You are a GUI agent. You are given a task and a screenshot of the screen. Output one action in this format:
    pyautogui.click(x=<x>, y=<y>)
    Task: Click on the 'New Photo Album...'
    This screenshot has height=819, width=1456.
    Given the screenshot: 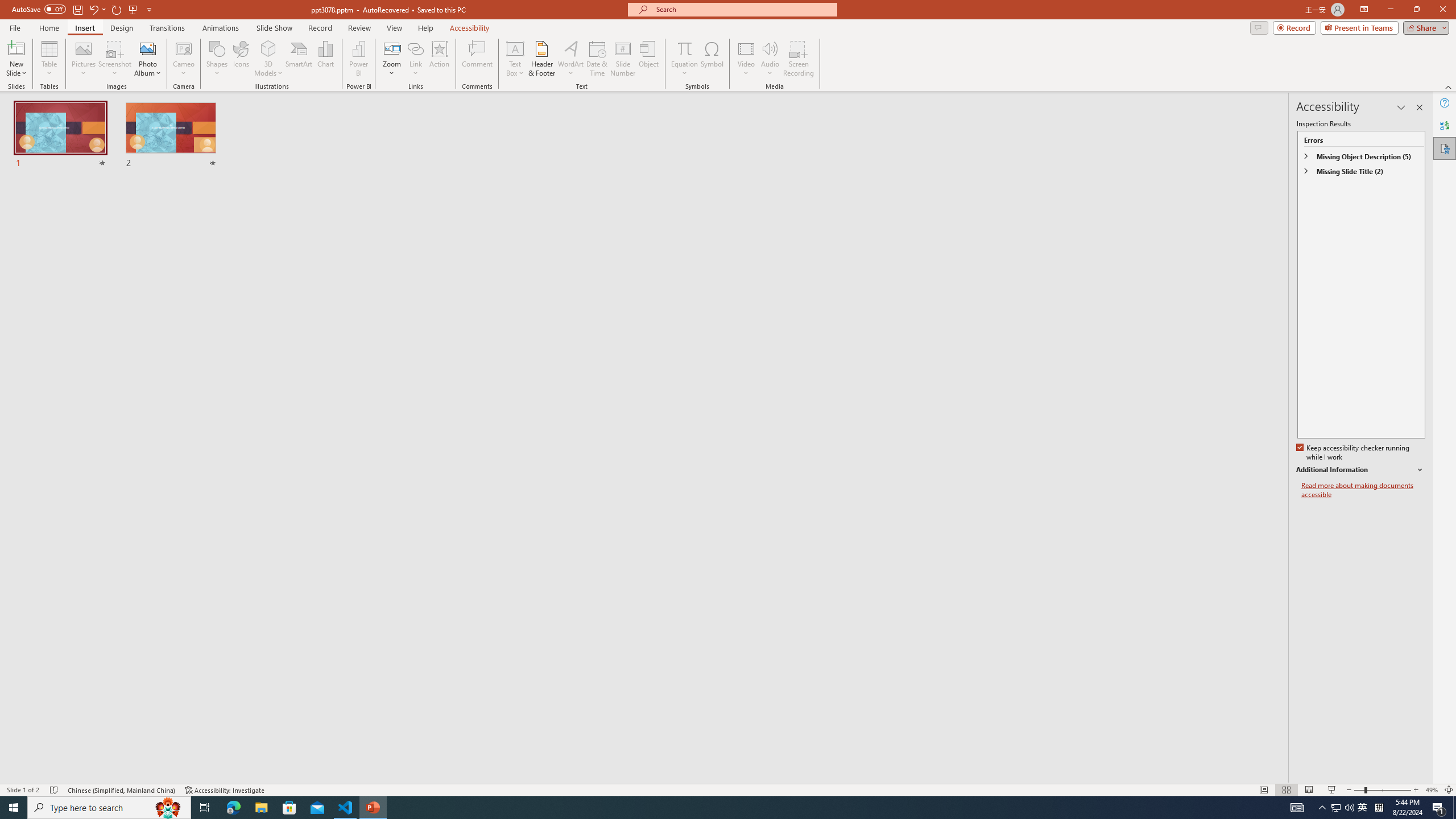 What is the action you would take?
    pyautogui.click(x=147, y=48)
    